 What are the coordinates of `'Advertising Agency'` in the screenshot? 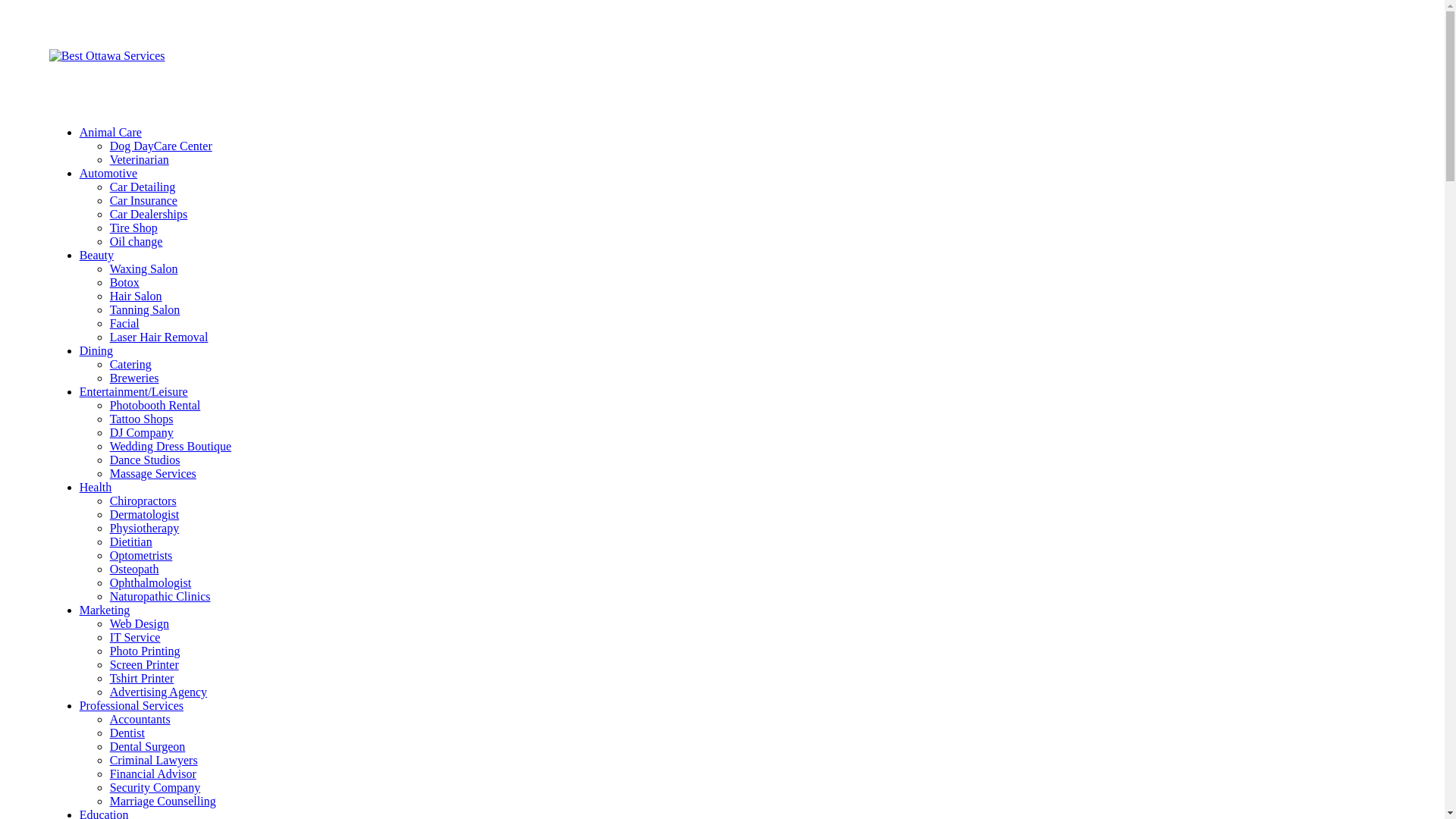 It's located at (108, 692).